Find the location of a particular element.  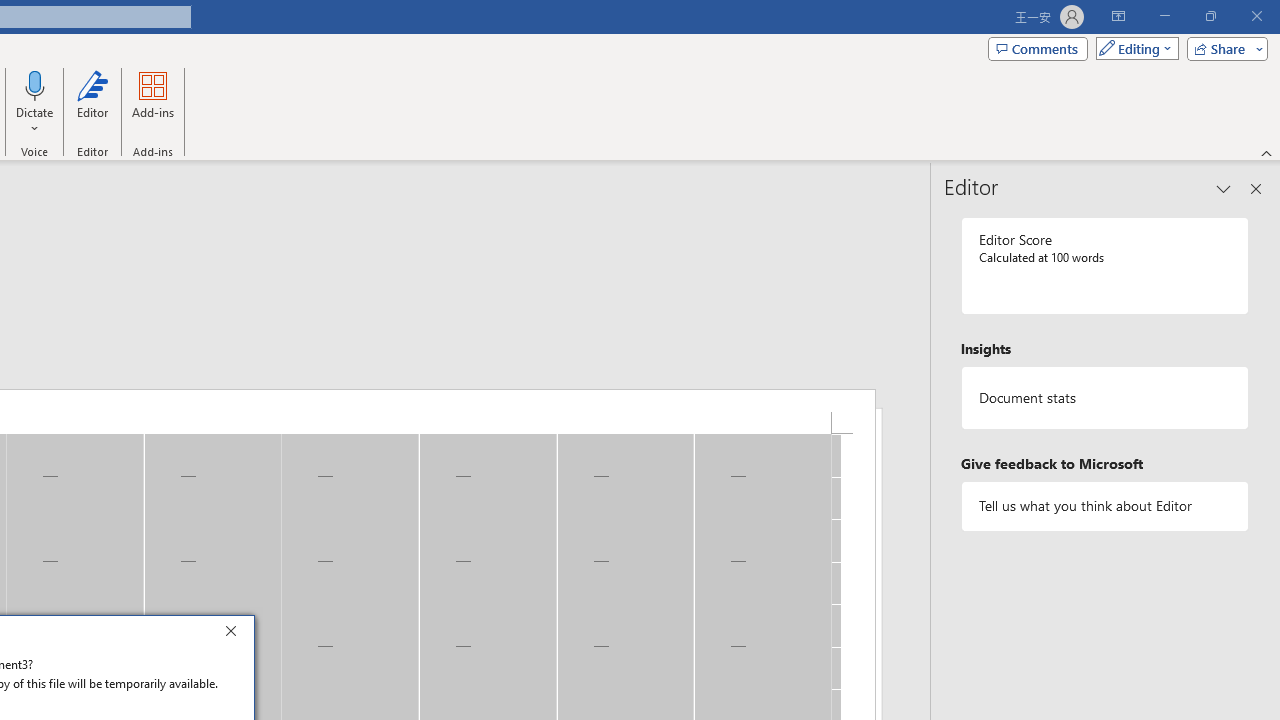

'More Options' is located at coordinates (35, 121).